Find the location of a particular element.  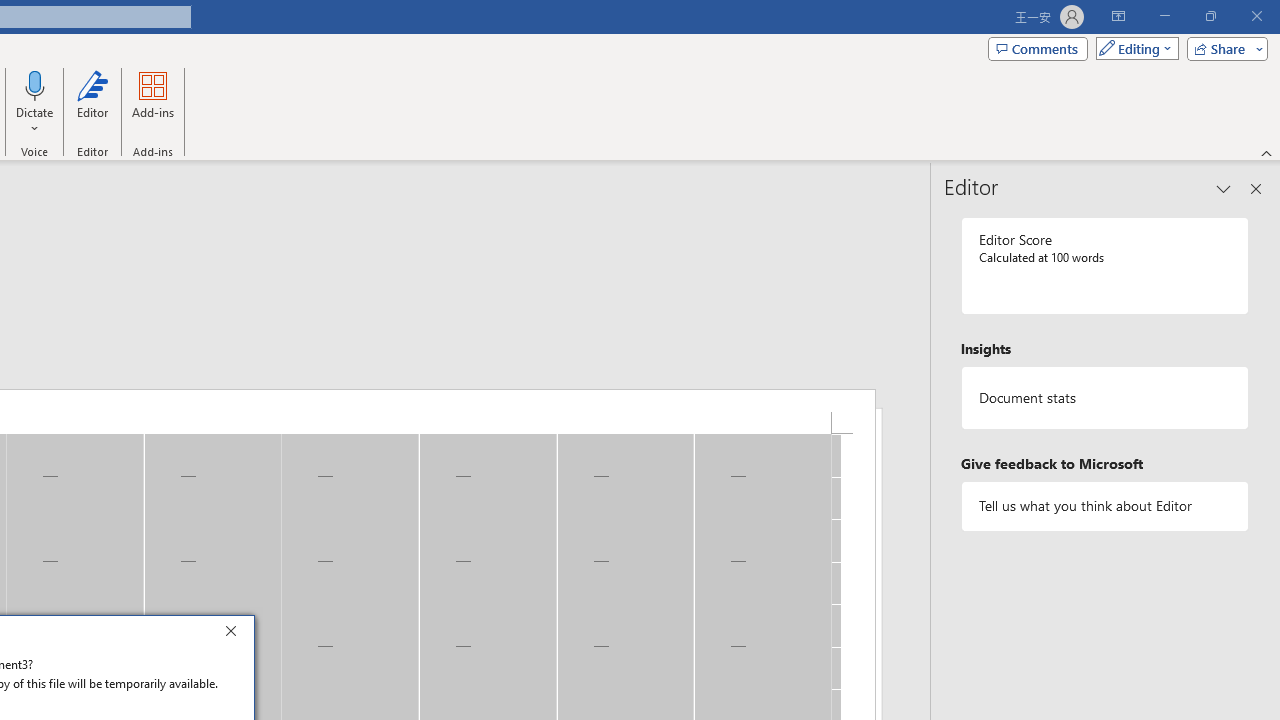

'More Options' is located at coordinates (35, 121).